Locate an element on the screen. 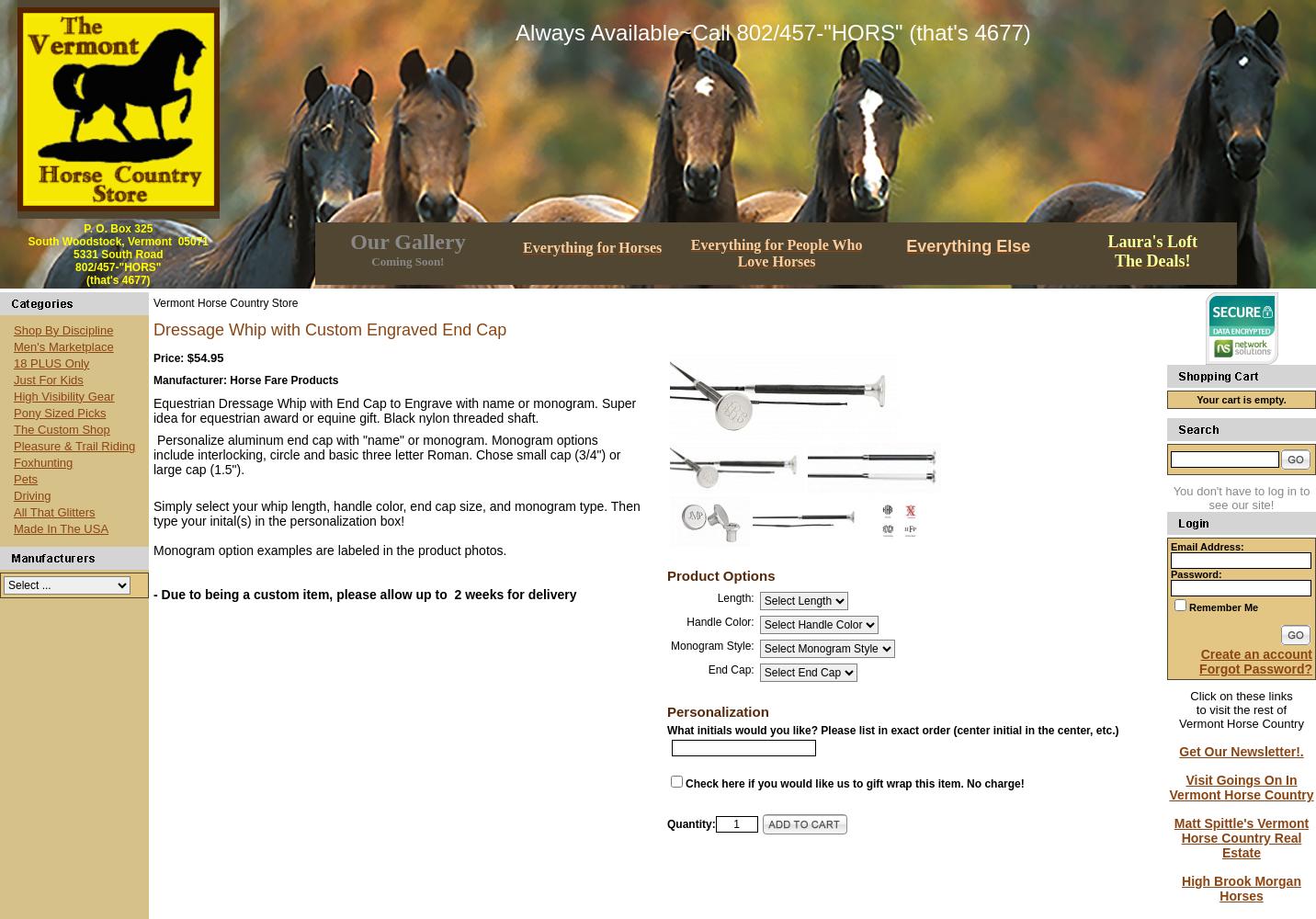  'The Deals!' is located at coordinates (1114, 261).